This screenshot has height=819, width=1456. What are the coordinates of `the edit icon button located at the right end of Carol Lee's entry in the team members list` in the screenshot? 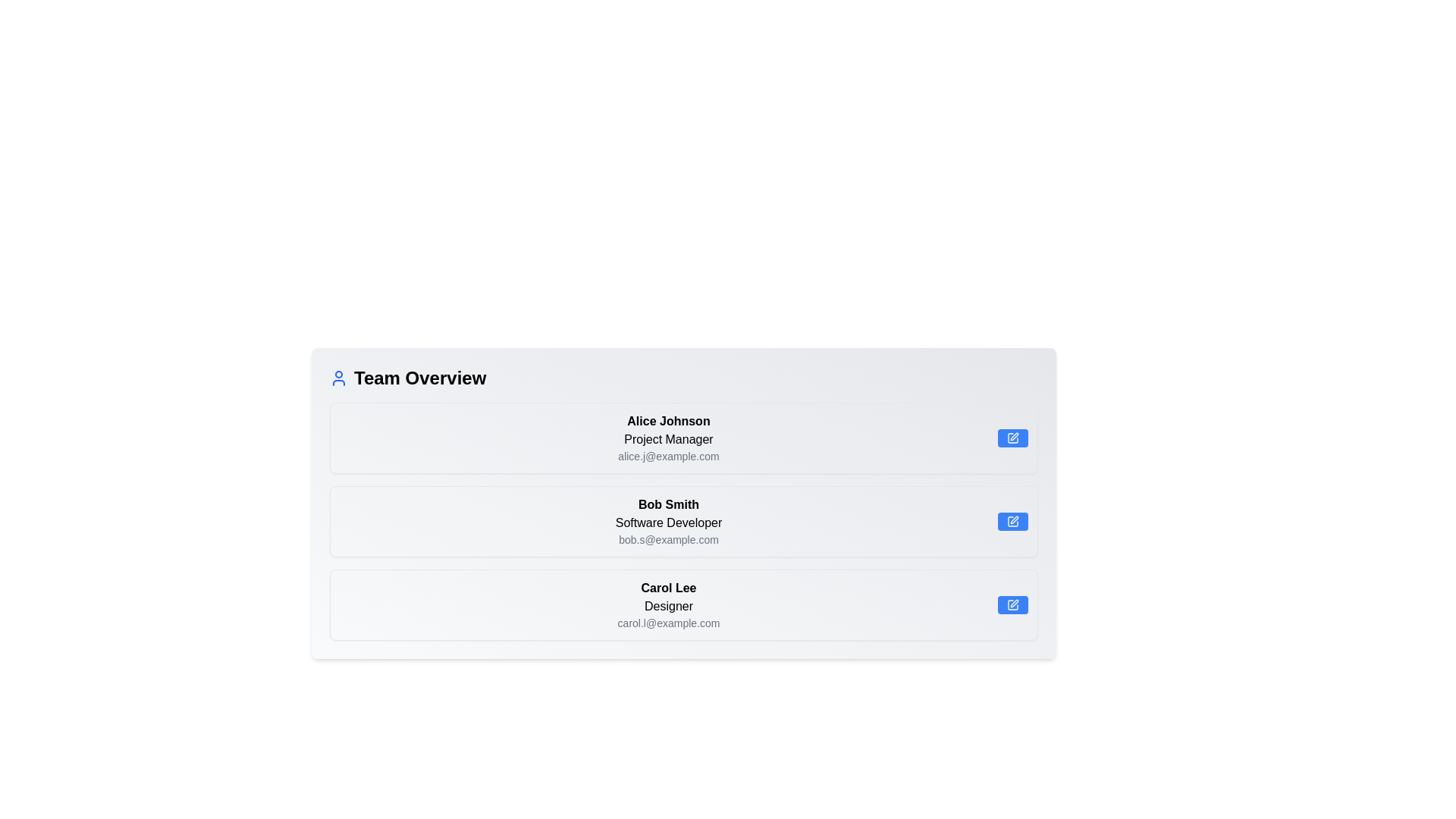 It's located at (1012, 604).